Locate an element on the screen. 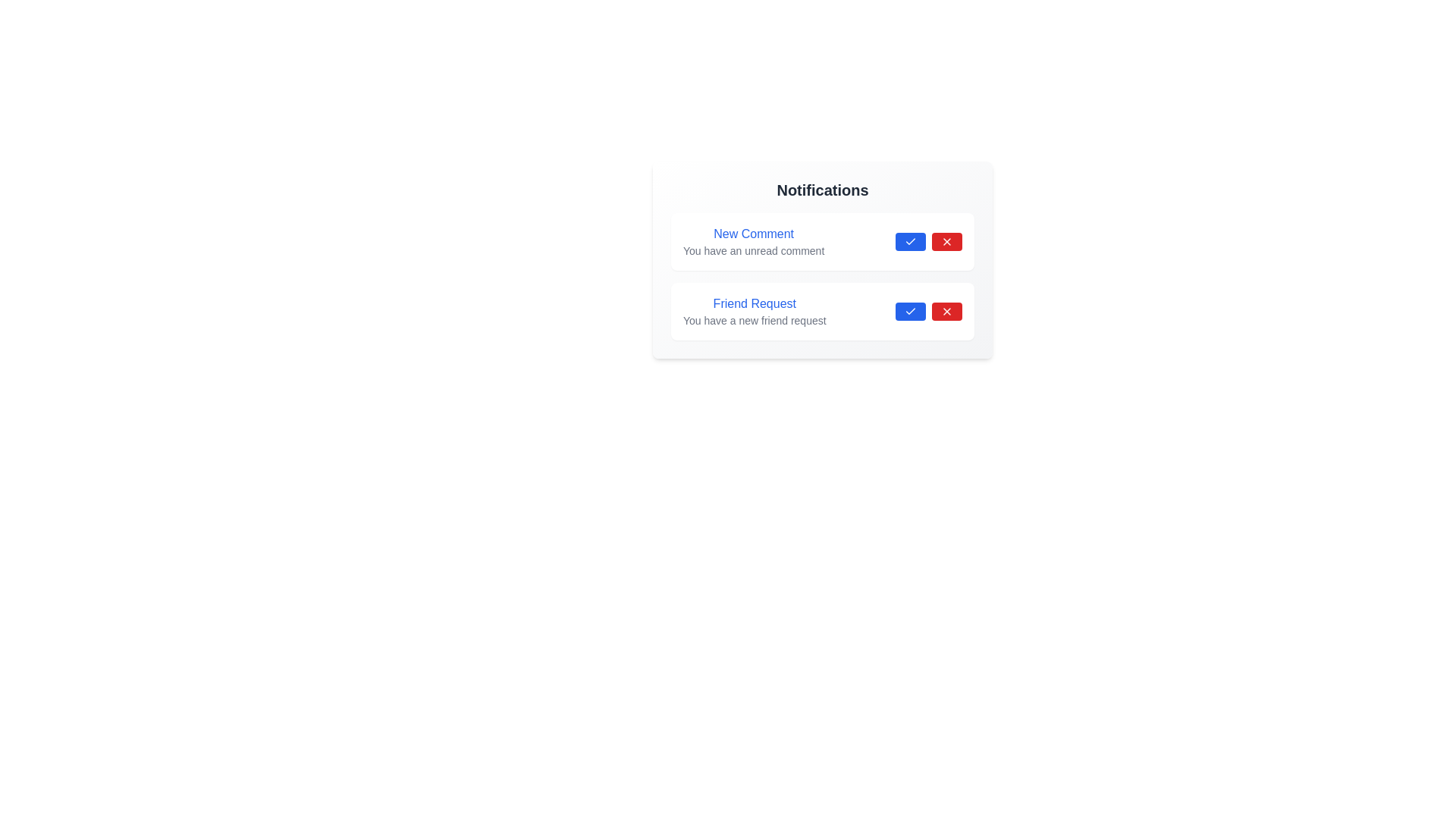 The height and width of the screenshot is (819, 1456). the small red button with a white 'x' icon, which is the second red button in the list of notifications is located at coordinates (946, 311).